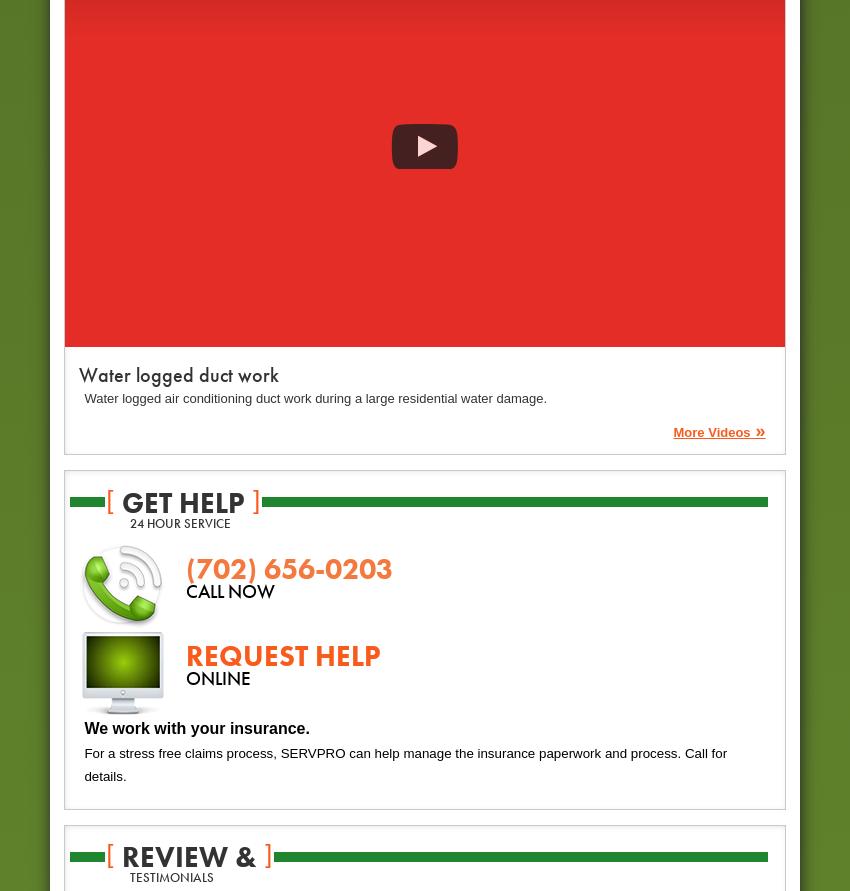 The height and width of the screenshot is (891, 850). I want to click on 'More Videos', so click(710, 431).